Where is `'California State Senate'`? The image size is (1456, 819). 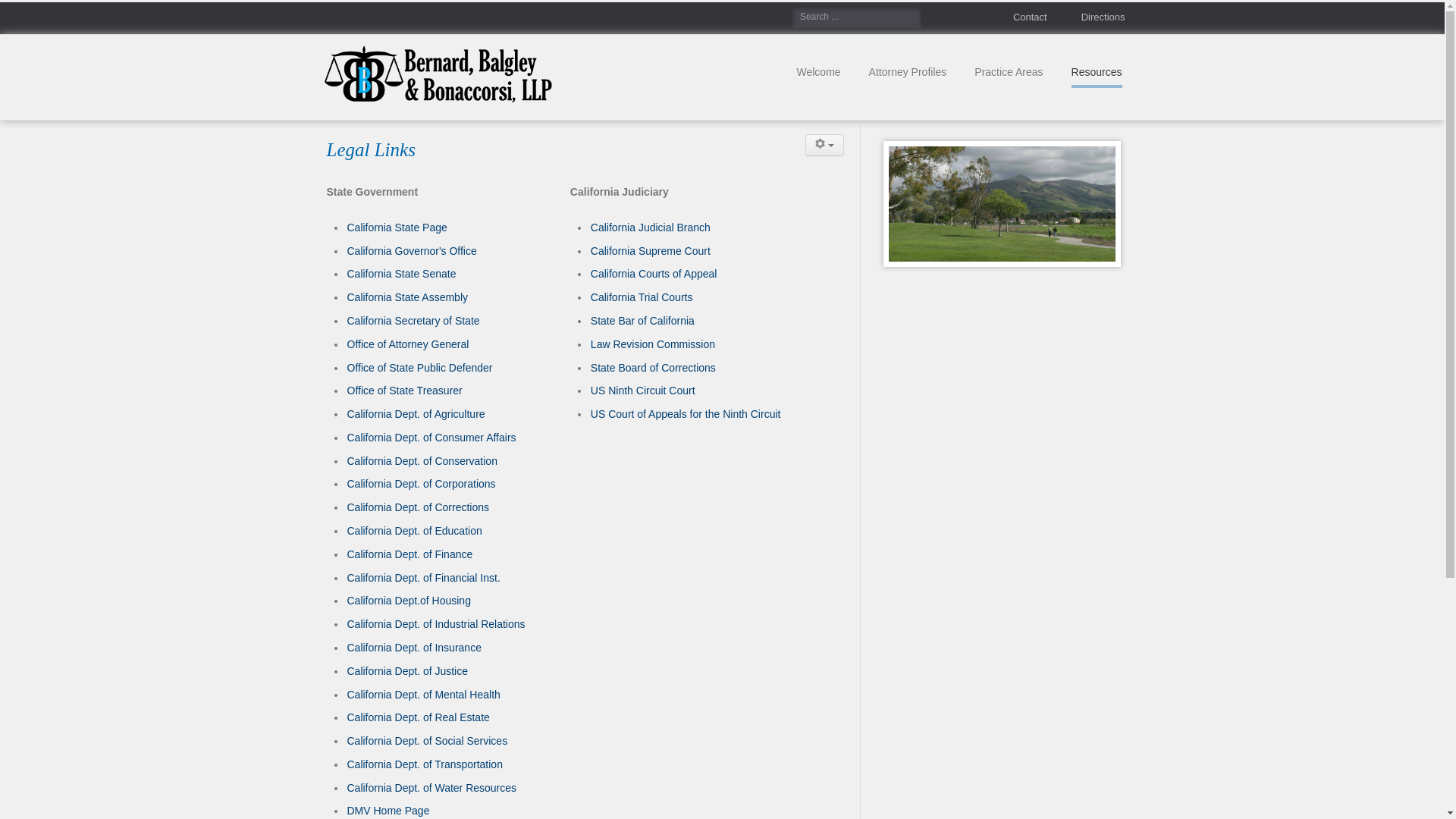
'California State Senate' is located at coordinates (401, 274).